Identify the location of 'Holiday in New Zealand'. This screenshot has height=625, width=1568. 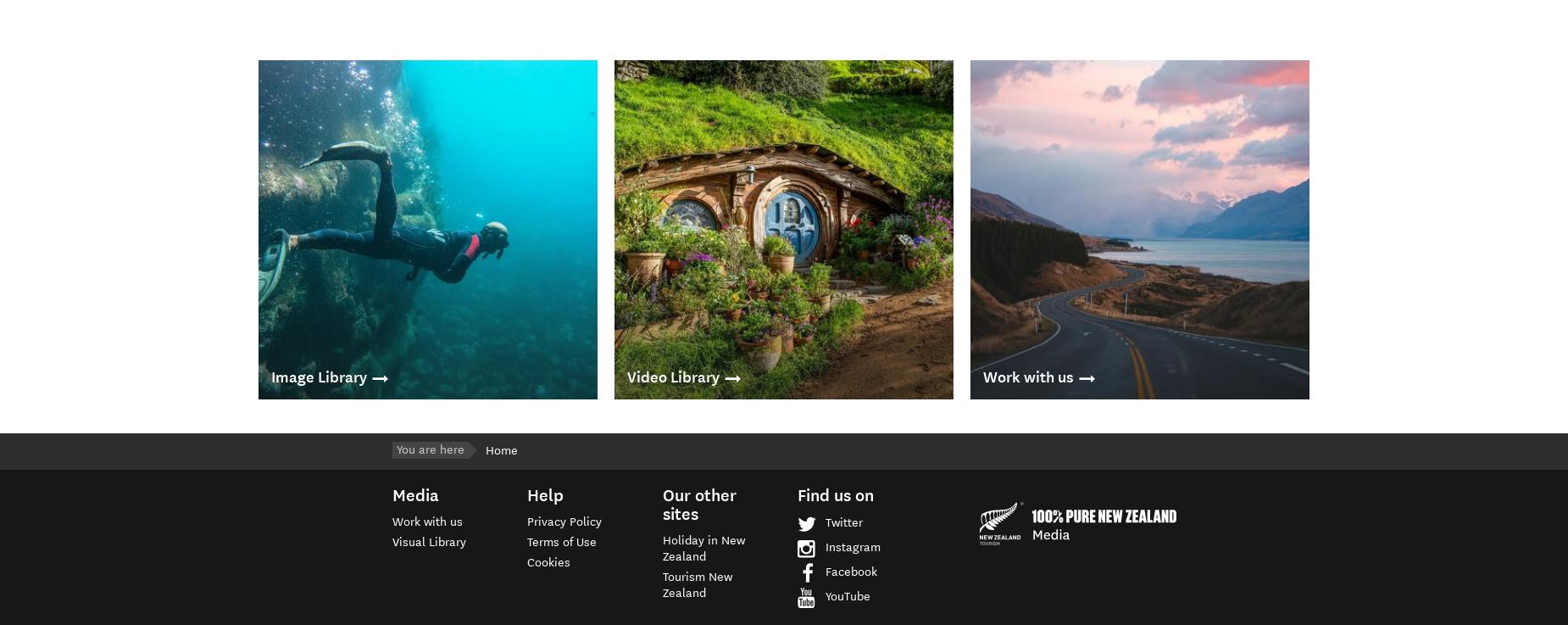
(703, 547).